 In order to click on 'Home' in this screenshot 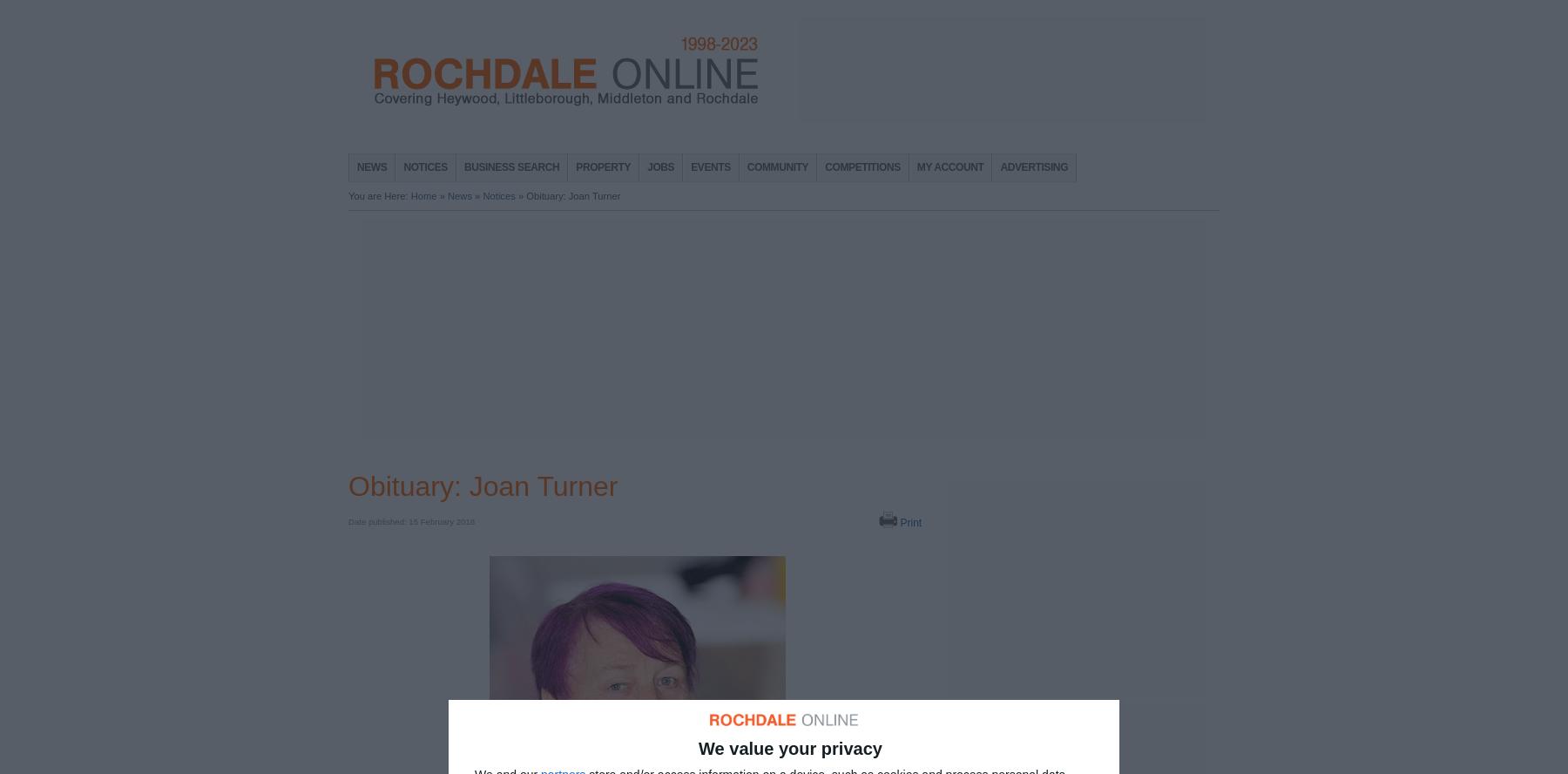, I will do `click(409, 196)`.